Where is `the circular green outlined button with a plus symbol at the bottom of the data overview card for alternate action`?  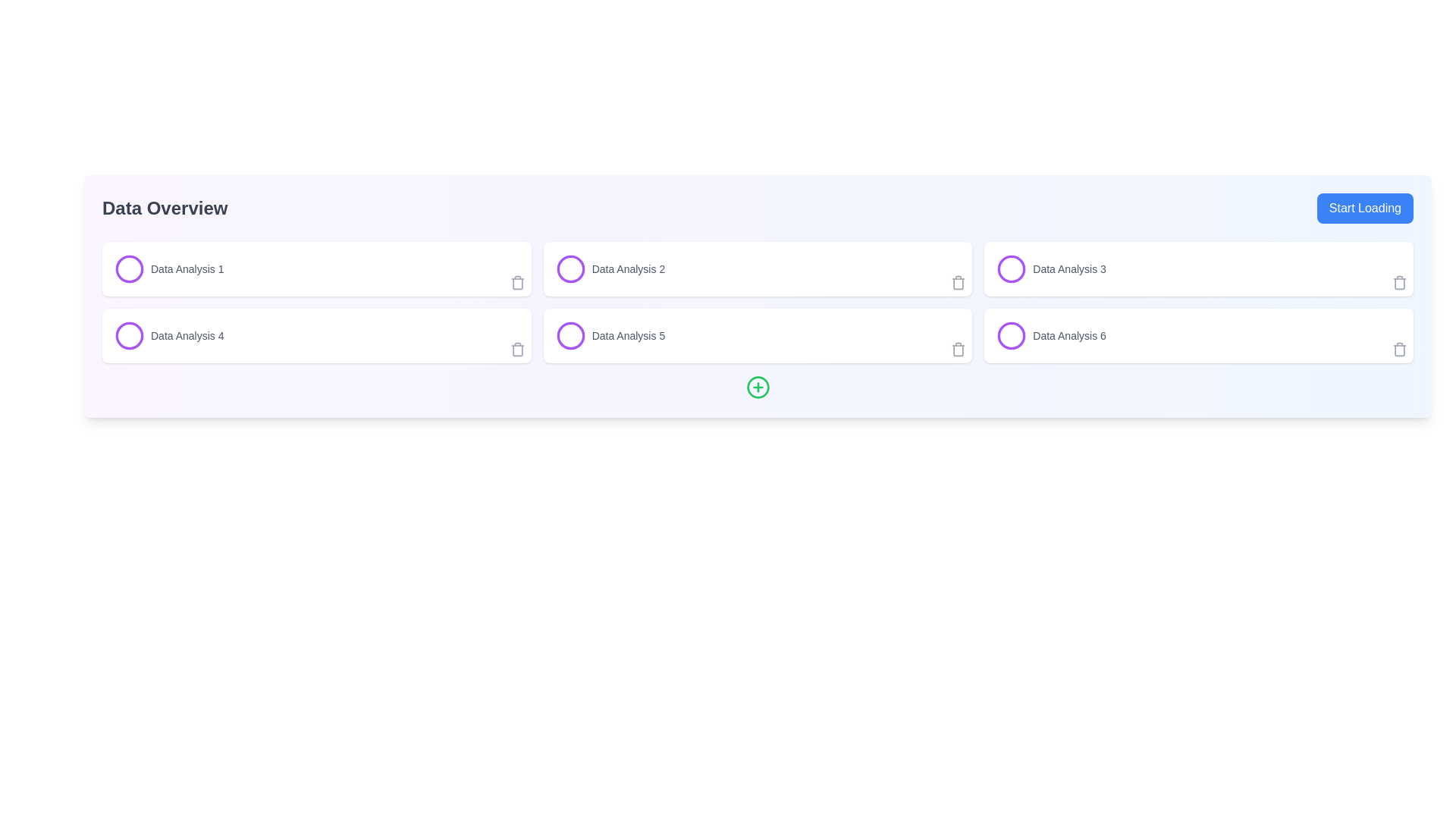 the circular green outlined button with a plus symbol at the bottom of the data overview card for alternate action is located at coordinates (758, 386).